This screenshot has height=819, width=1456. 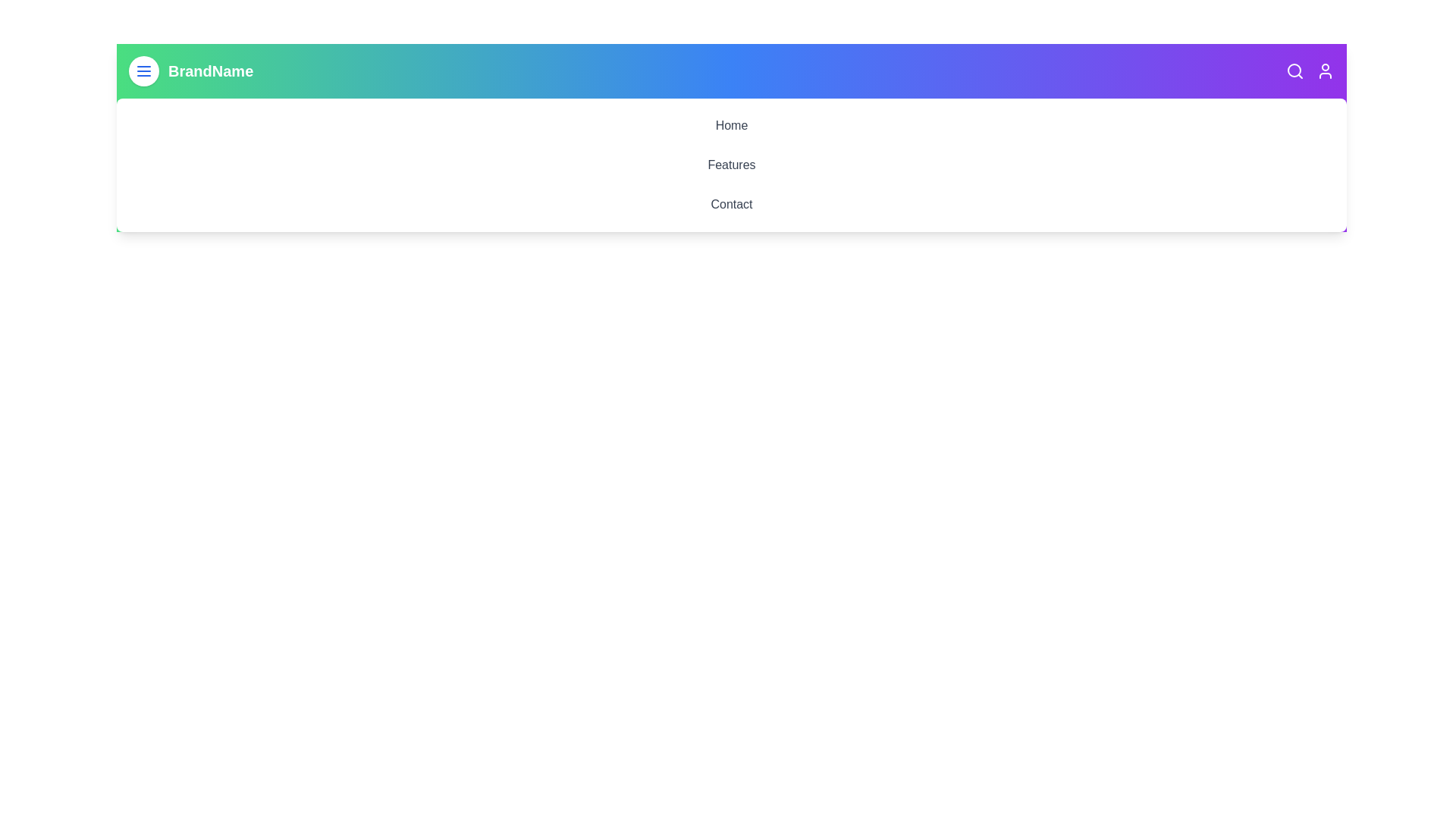 I want to click on the search icon to activate the search functionality, so click(x=1294, y=71).